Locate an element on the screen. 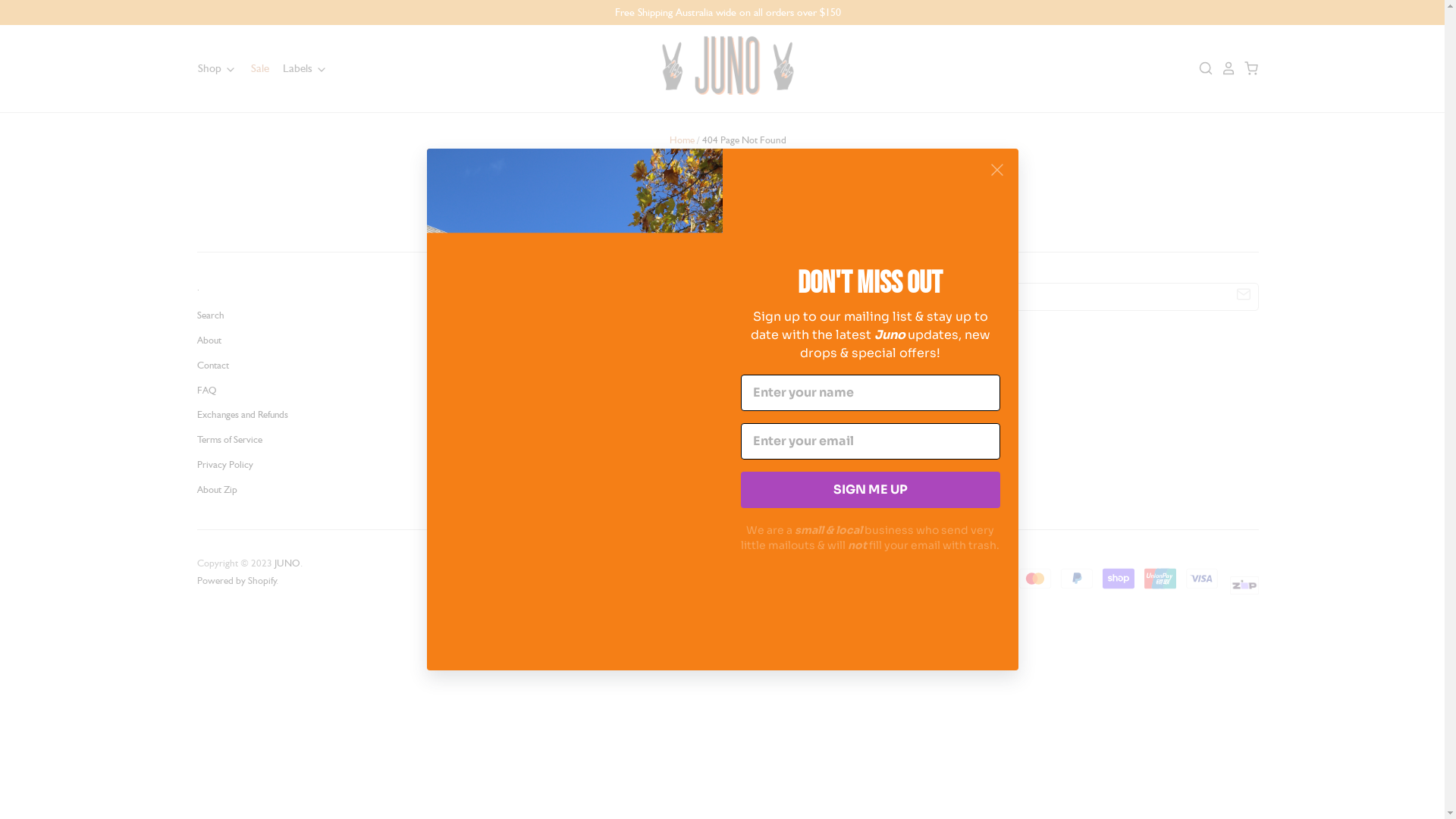 The width and height of the screenshot is (1456, 819). 'Exchanges and Refunds' is located at coordinates (243, 414).